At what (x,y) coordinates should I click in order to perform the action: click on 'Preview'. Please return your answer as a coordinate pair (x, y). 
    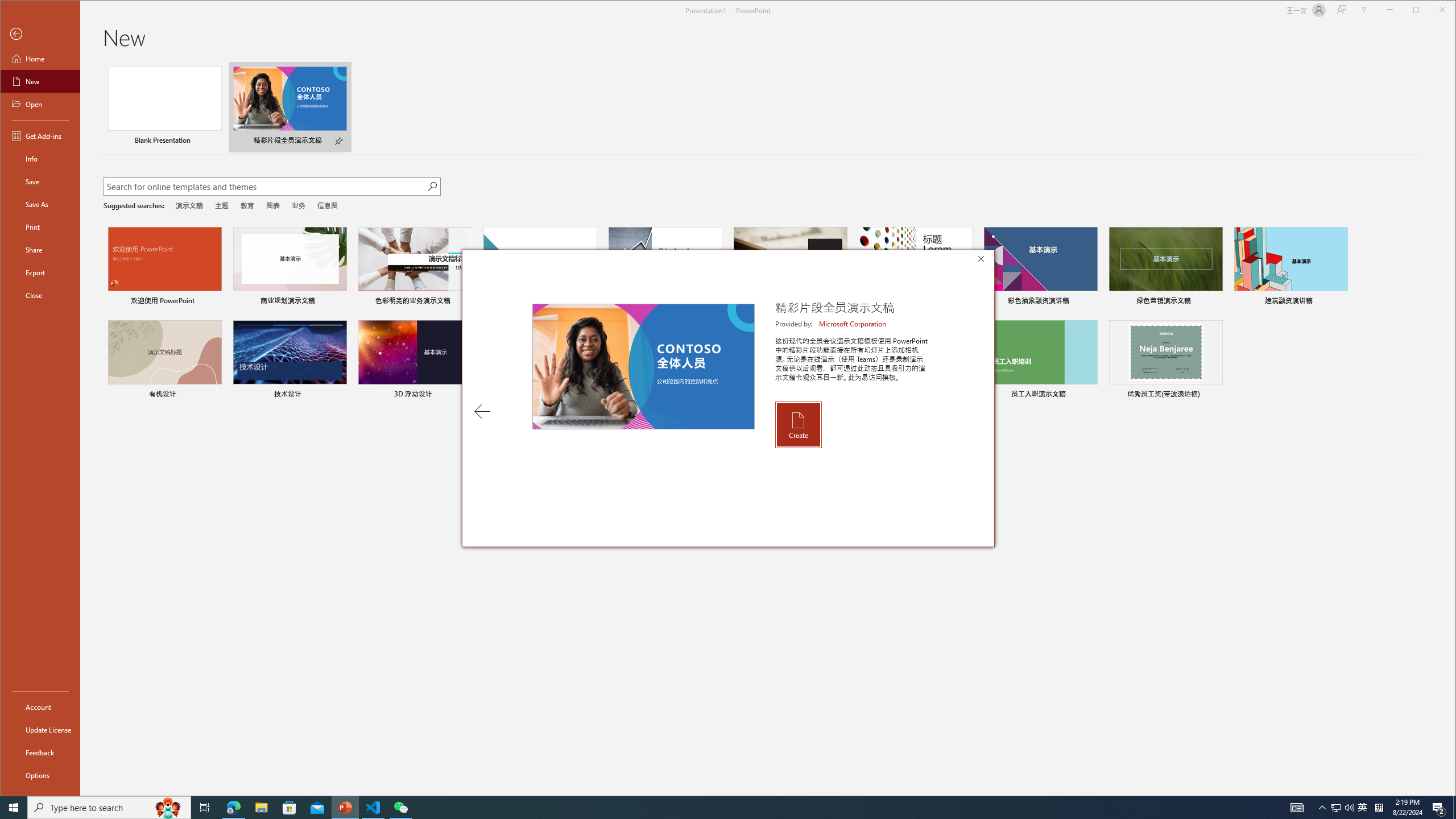
    Looking at the image, I should click on (643, 366).